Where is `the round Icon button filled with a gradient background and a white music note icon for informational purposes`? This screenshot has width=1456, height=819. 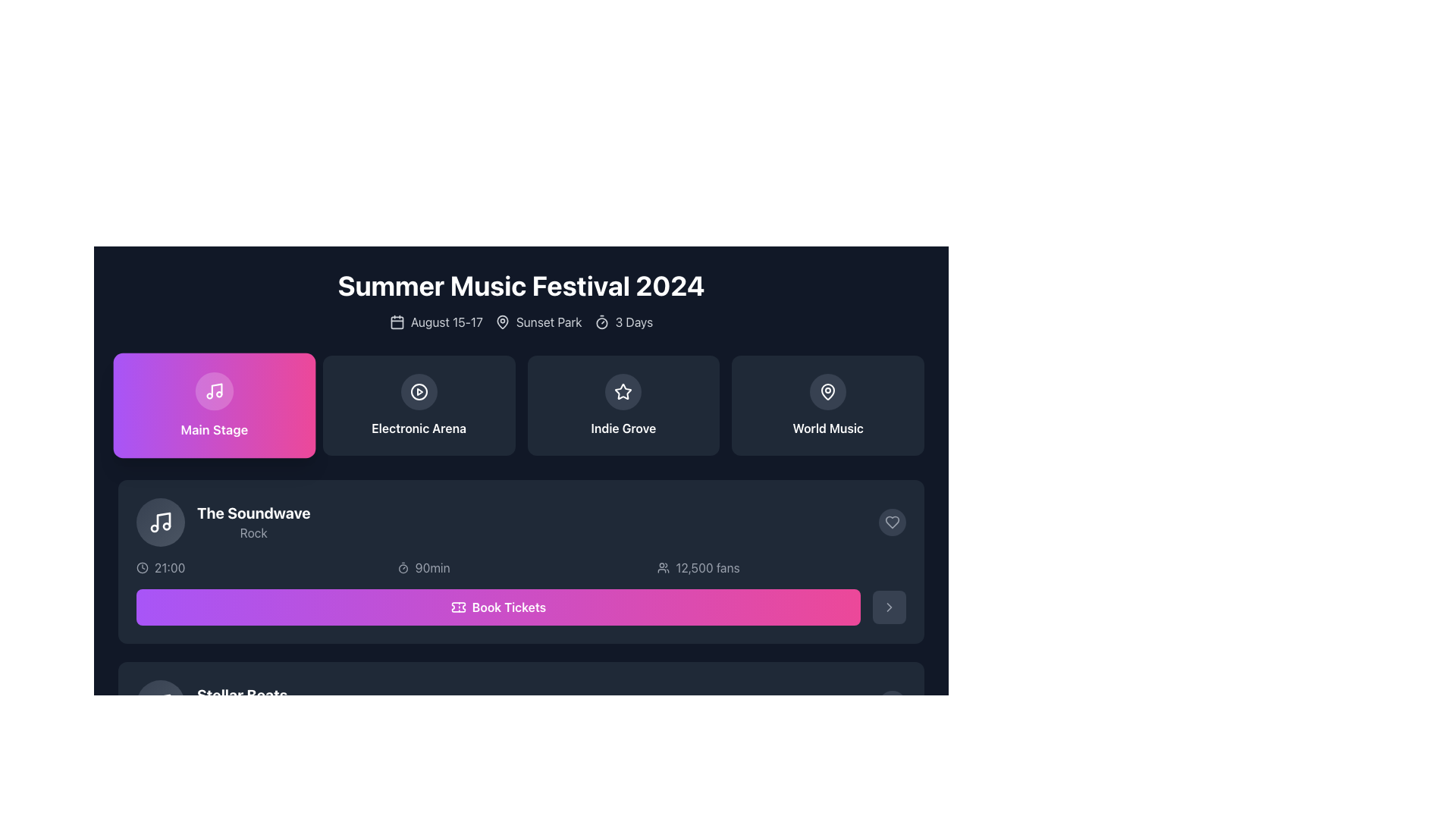
the round Icon button filled with a gradient background and a white music note icon for informational purposes is located at coordinates (160, 522).